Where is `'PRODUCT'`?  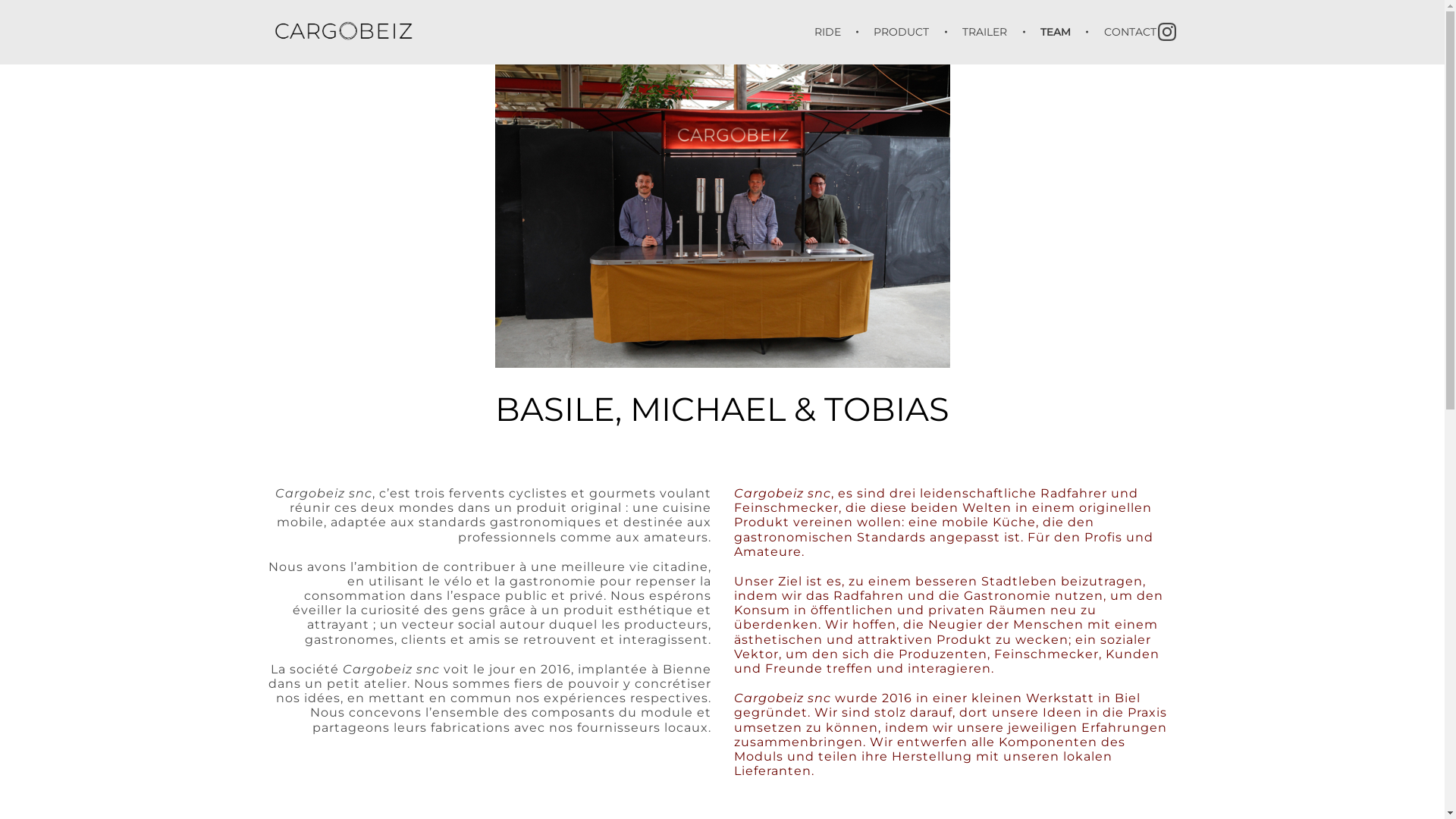
'PRODUCT' is located at coordinates (904, 32).